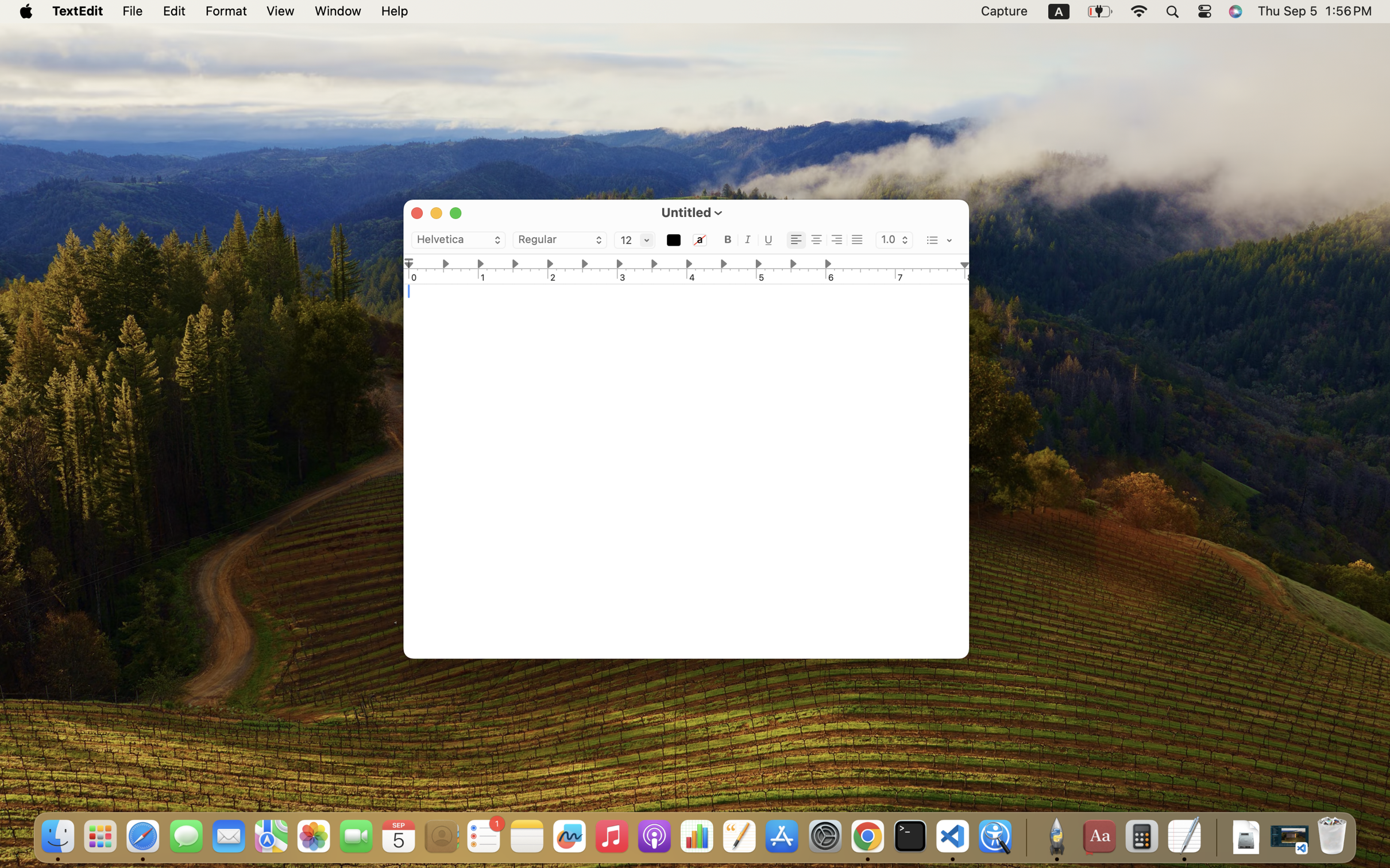 Image resolution: width=1390 pixels, height=868 pixels. Describe the element at coordinates (560, 239) in the screenshot. I see `'Regular'` at that location.